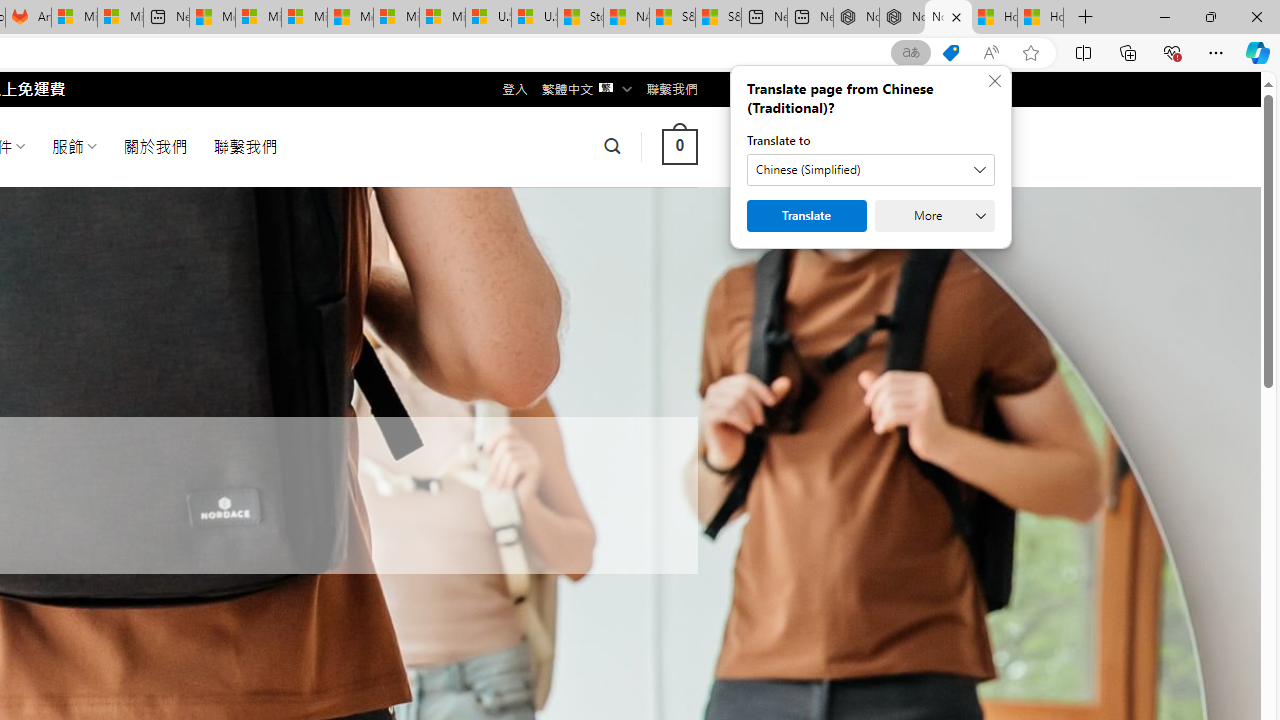  Describe the element at coordinates (934, 216) in the screenshot. I see `'More'` at that location.